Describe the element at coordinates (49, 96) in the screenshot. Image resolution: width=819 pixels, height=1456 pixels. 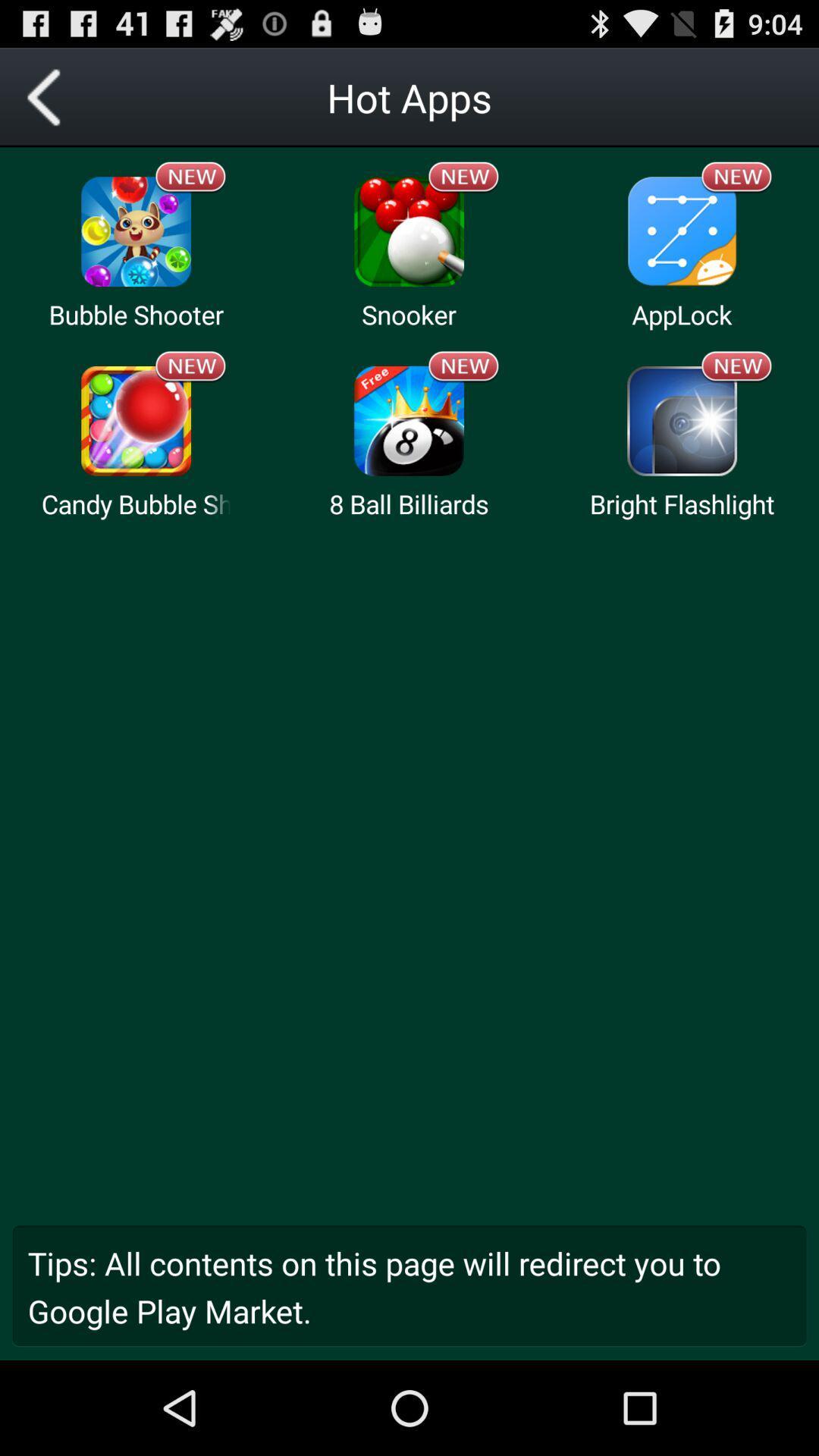
I see `exit out` at that location.